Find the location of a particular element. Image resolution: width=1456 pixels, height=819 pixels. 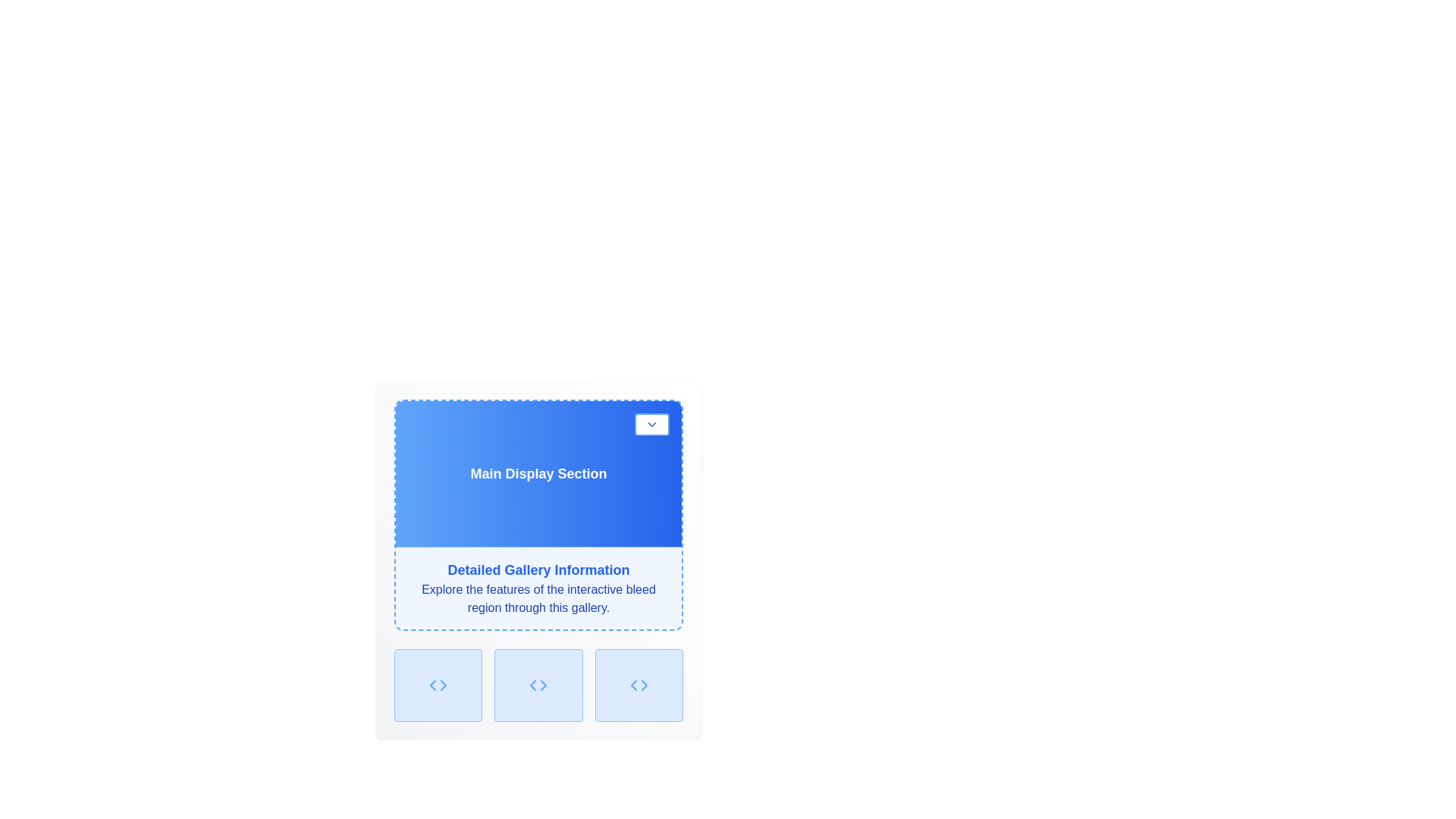

the small interactive button located in the upper-right corner of the Main Display Section, which has a white background, blue border, and blue text with a downward-pointing chevron icon is located at coordinates (651, 424).